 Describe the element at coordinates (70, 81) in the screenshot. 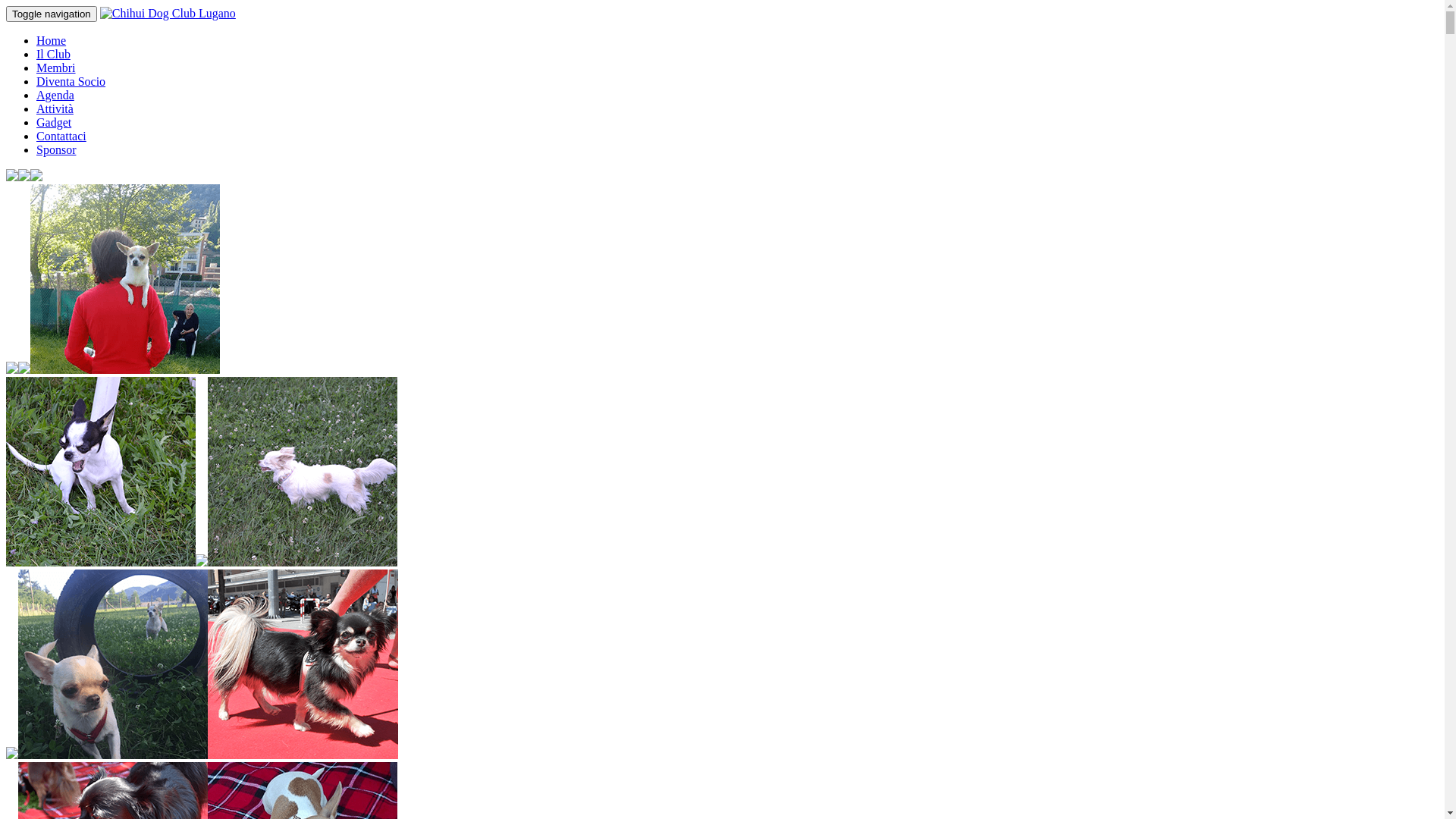

I see `'Diventa Socio'` at that location.